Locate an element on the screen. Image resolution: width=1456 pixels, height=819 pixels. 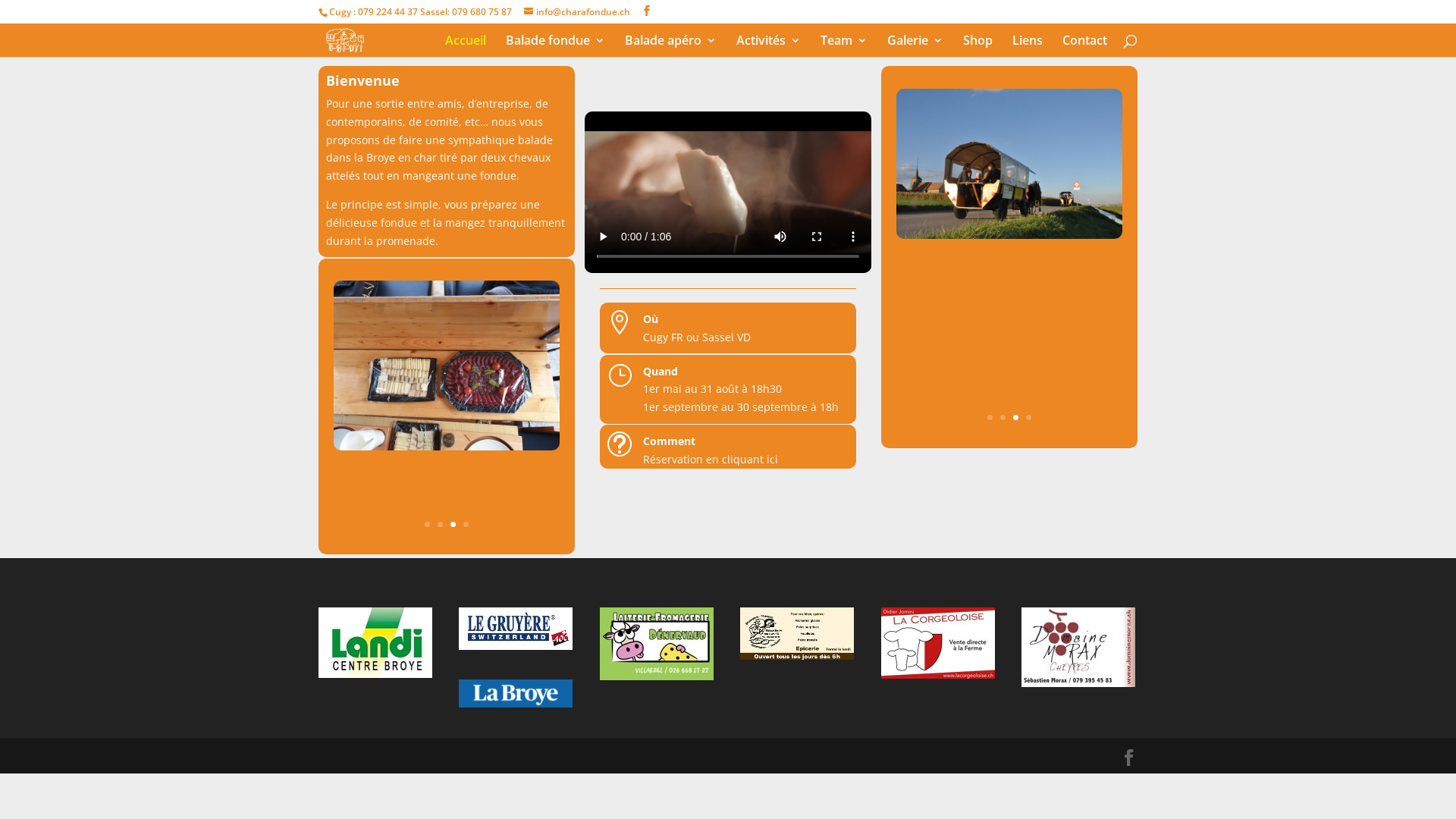
'3' is located at coordinates (1015, 417).